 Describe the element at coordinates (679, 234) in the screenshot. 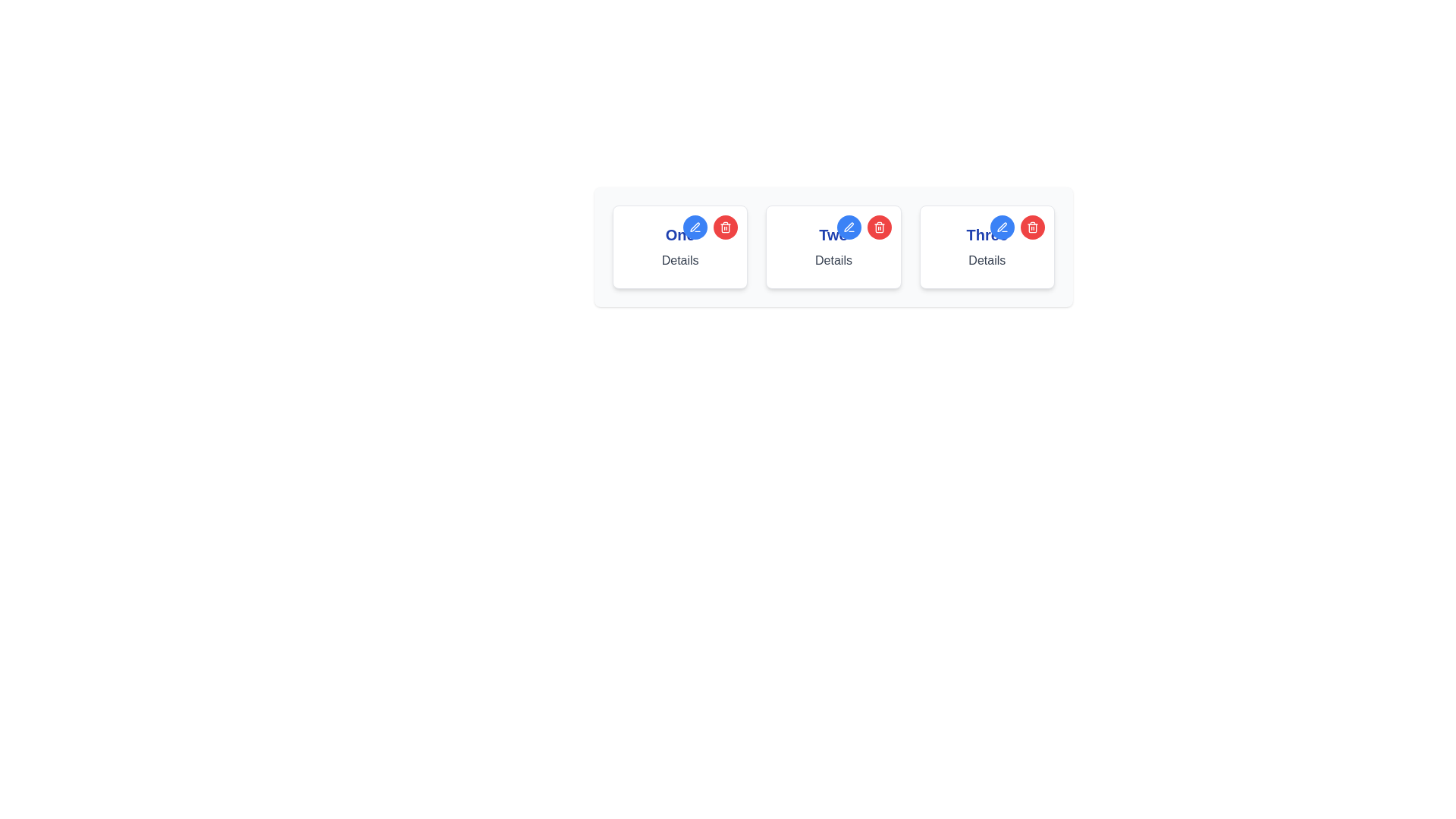

I see `the primary text label 'One' at the top of the first card in the series, which is located above the 'Details' text and has action buttons on its right side` at that location.